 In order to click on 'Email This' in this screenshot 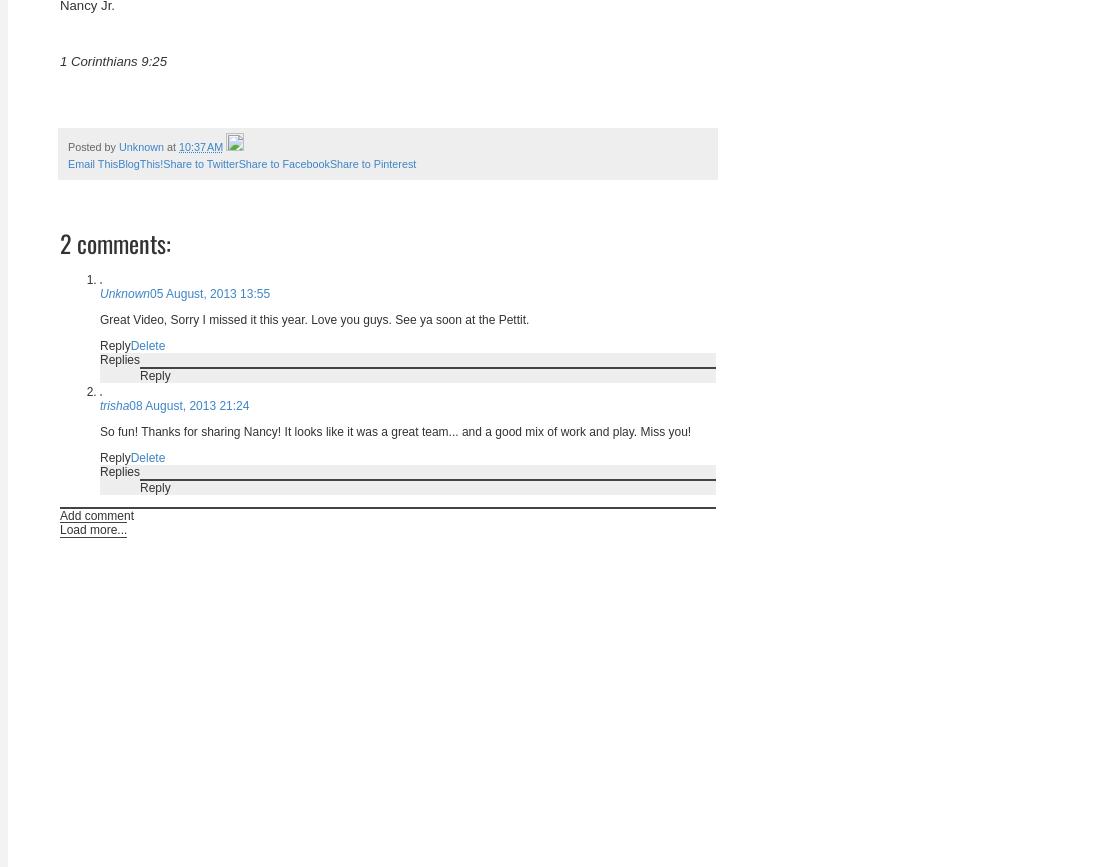, I will do `click(67, 164)`.